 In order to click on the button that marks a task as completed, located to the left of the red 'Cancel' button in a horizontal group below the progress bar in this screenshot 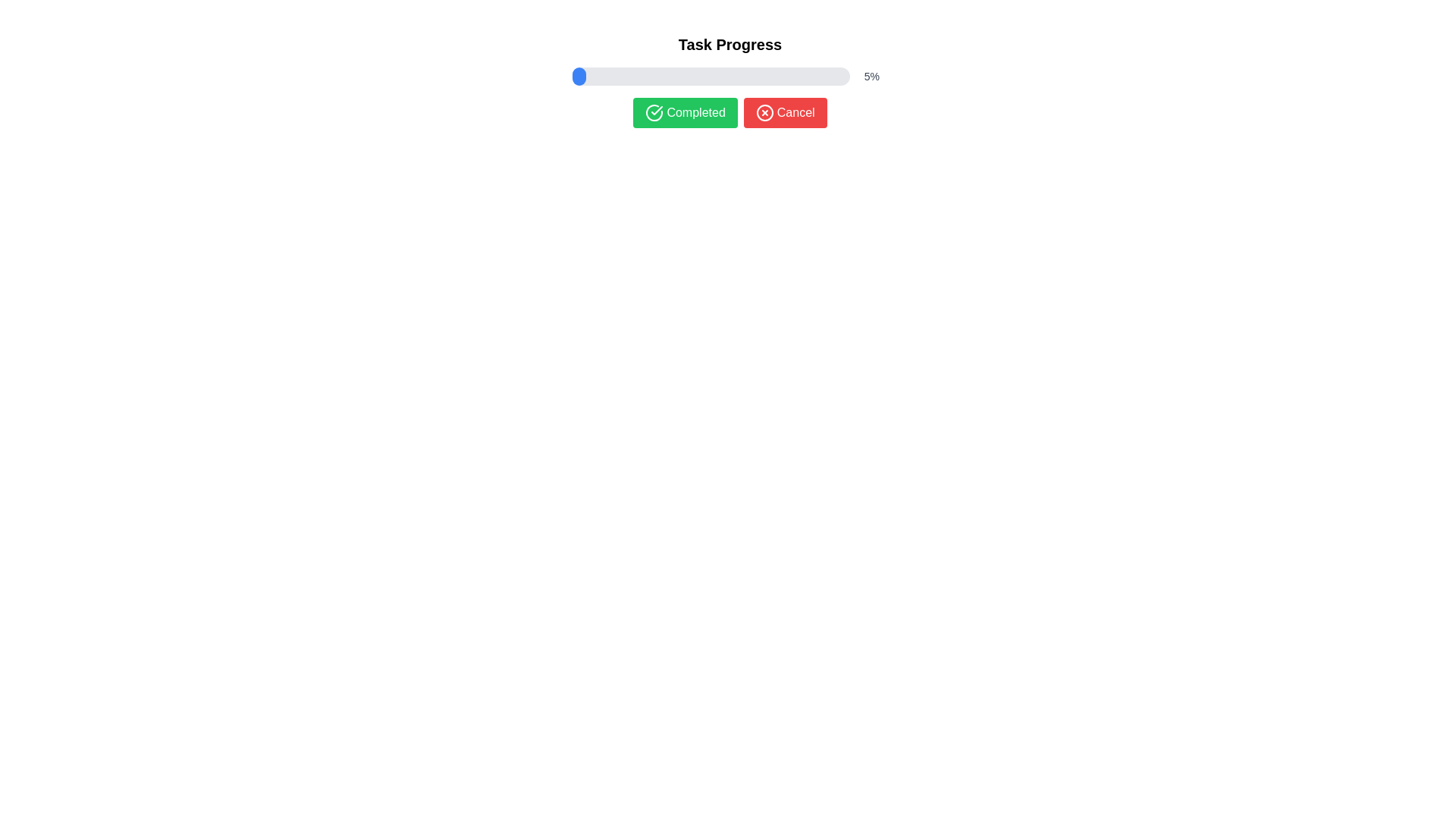, I will do `click(685, 112)`.